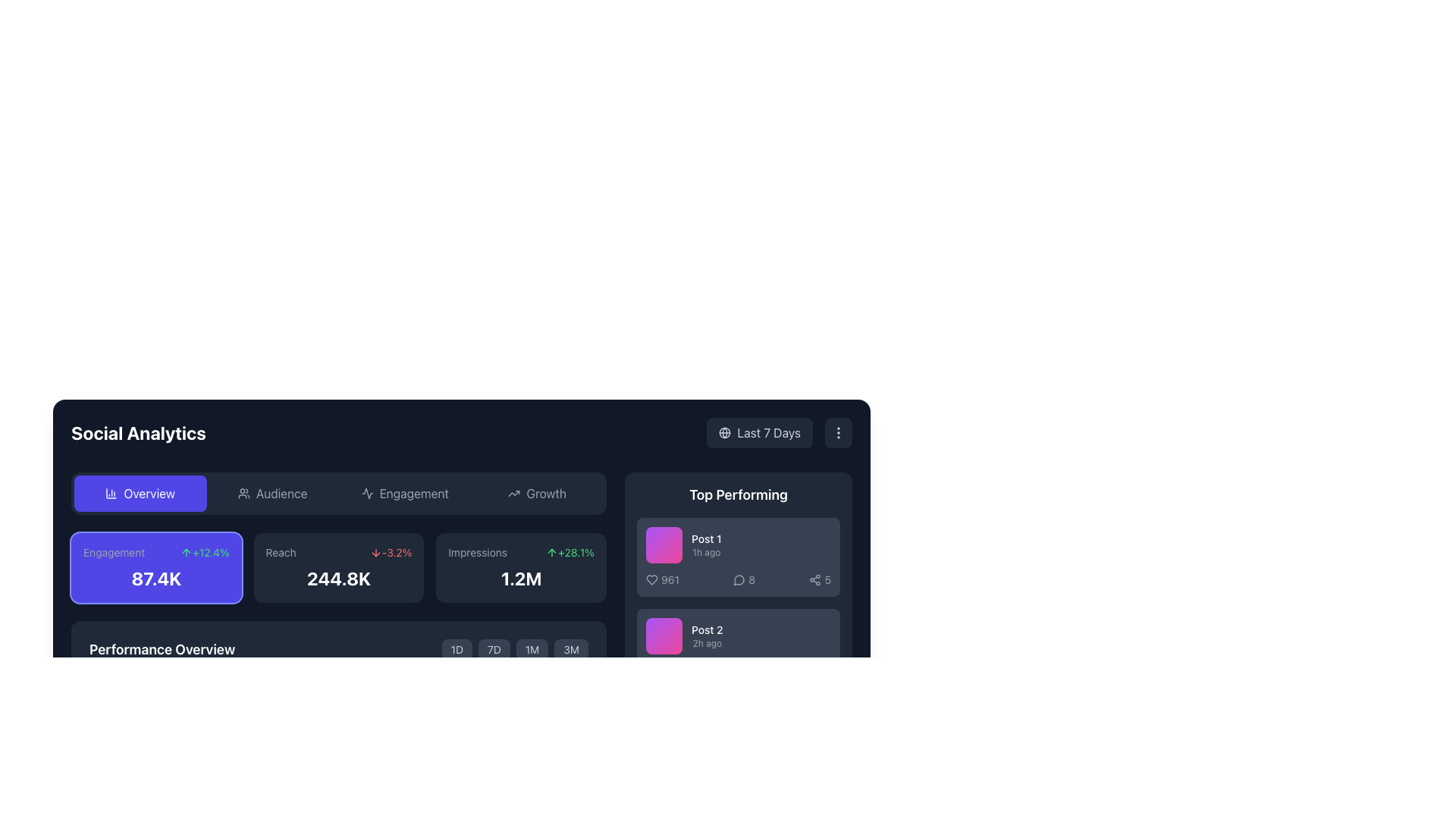  Describe the element at coordinates (724, 432) in the screenshot. I see `circle SVG graphical component that is part of the globe icon located in the top-right corner of the interface near the date range options for 'Last 7 Days'` at that location.